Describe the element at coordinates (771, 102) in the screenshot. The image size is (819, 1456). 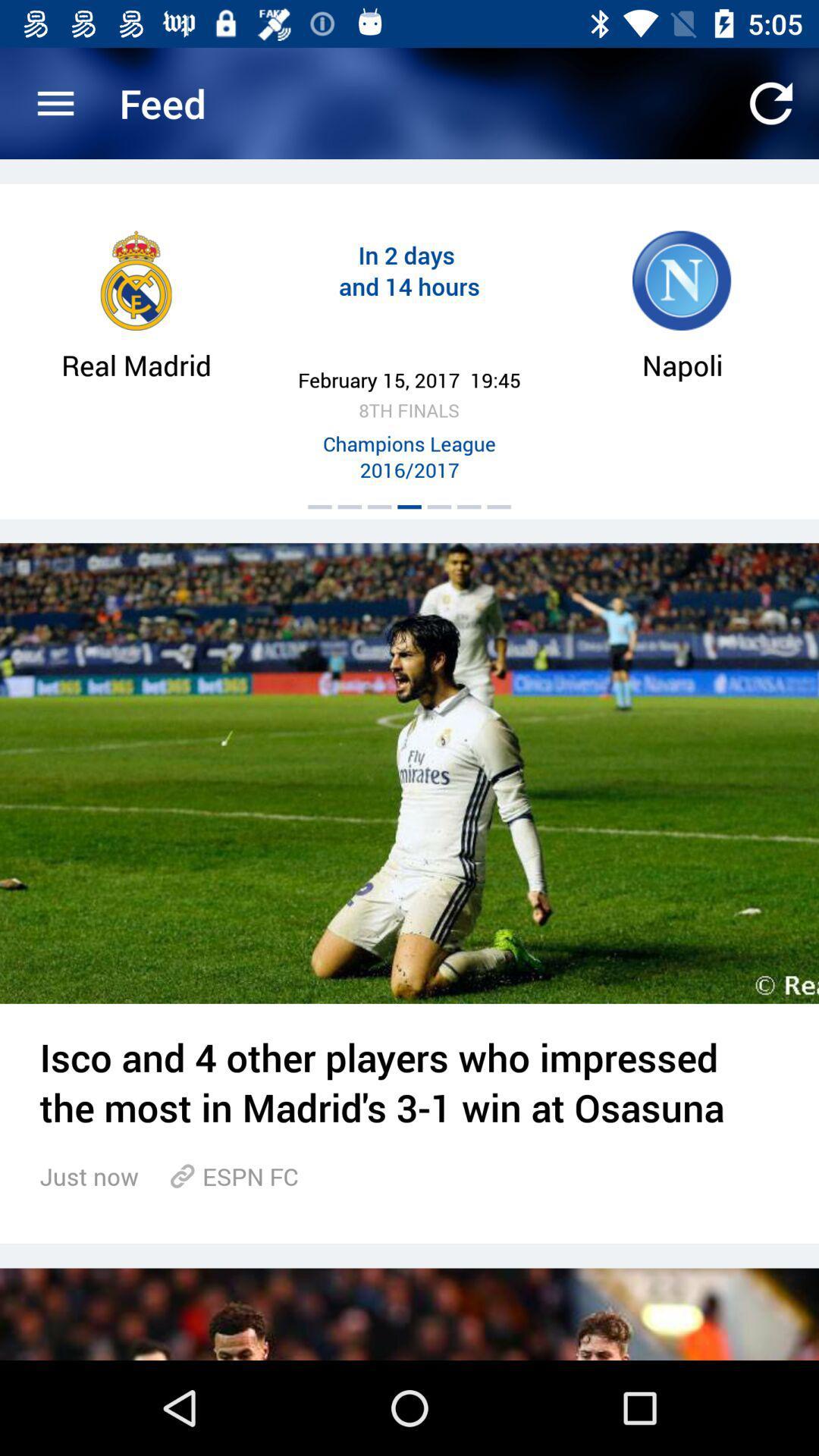
I see `app next to the feed icon` at that location.